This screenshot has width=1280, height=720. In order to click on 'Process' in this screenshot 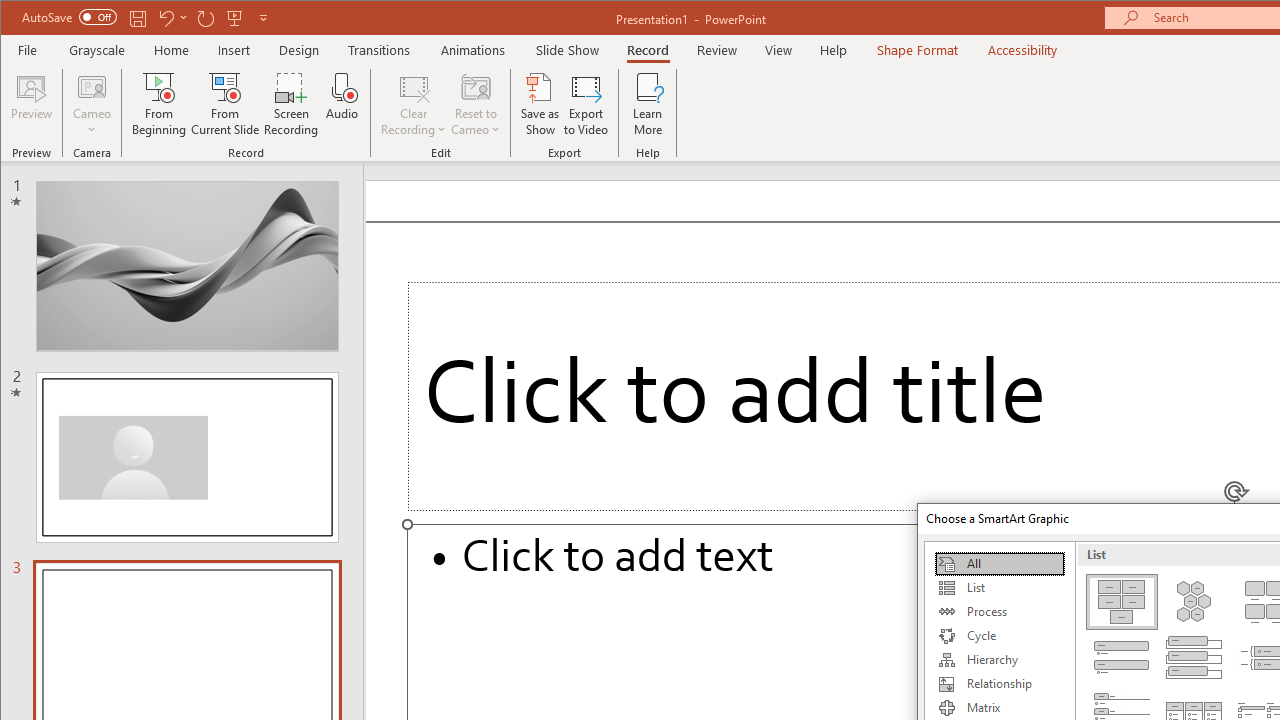, I will do `click(999, 611)`.